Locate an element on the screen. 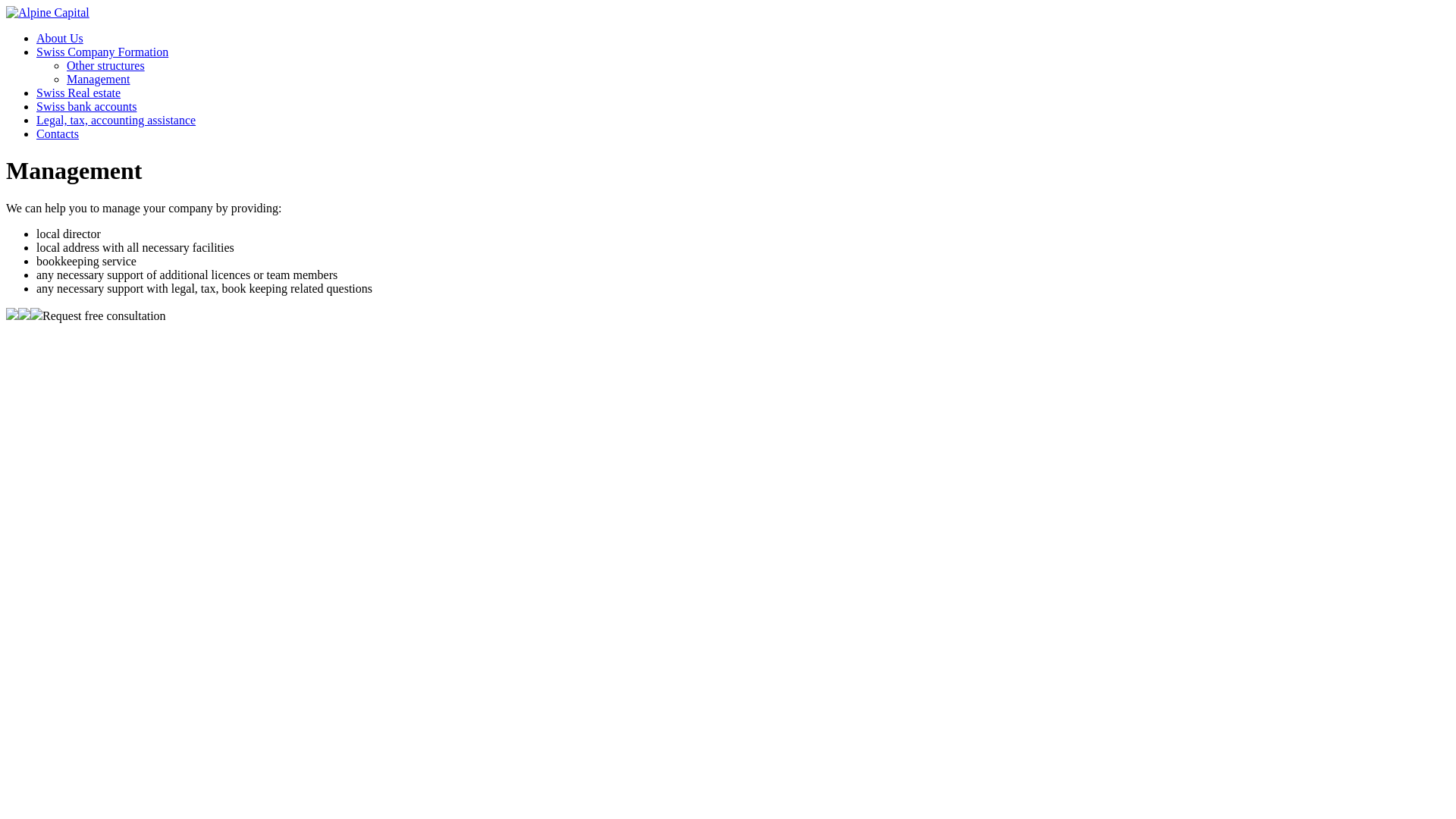  'Request free consultation' is located at coordinates (103, 315).